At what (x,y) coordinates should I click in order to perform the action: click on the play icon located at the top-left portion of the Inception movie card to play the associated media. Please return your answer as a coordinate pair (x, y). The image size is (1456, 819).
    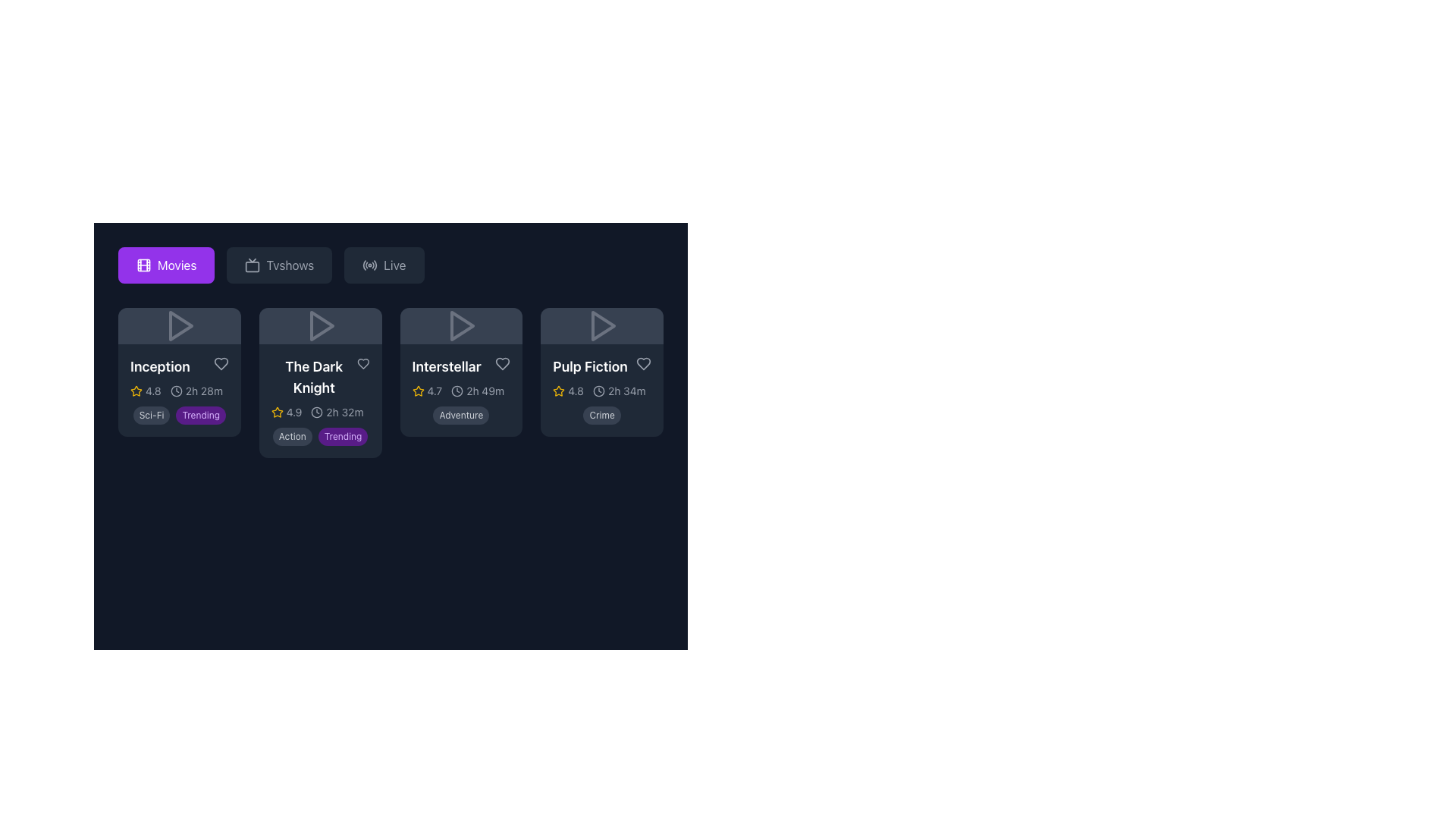
    Looking at the image, I should click on (179, 325).